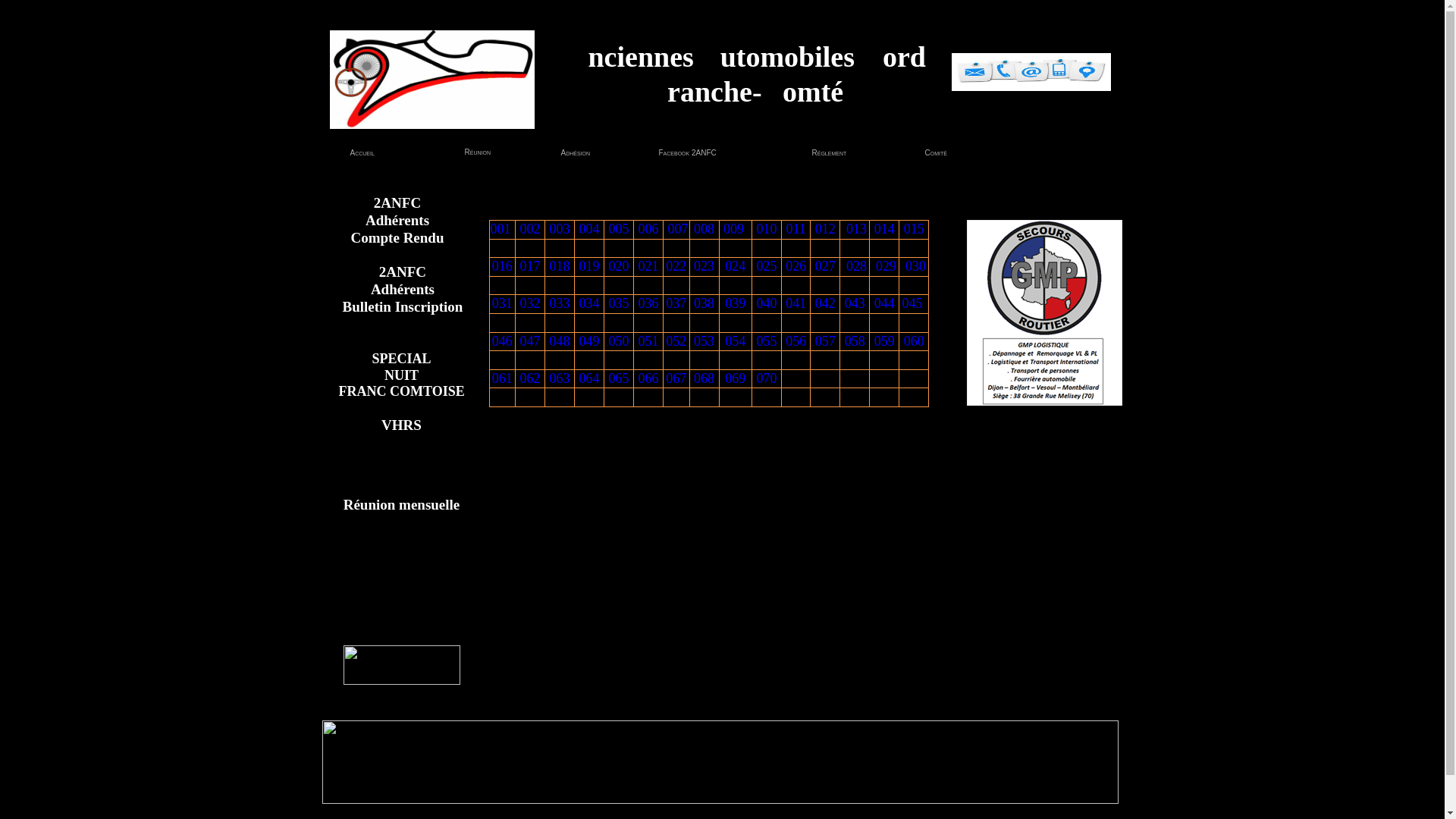 This screenshot has height=819, width=1456. Describe the element at coordinates (767, 265) in the screenshot. I see `'025'` at that location.